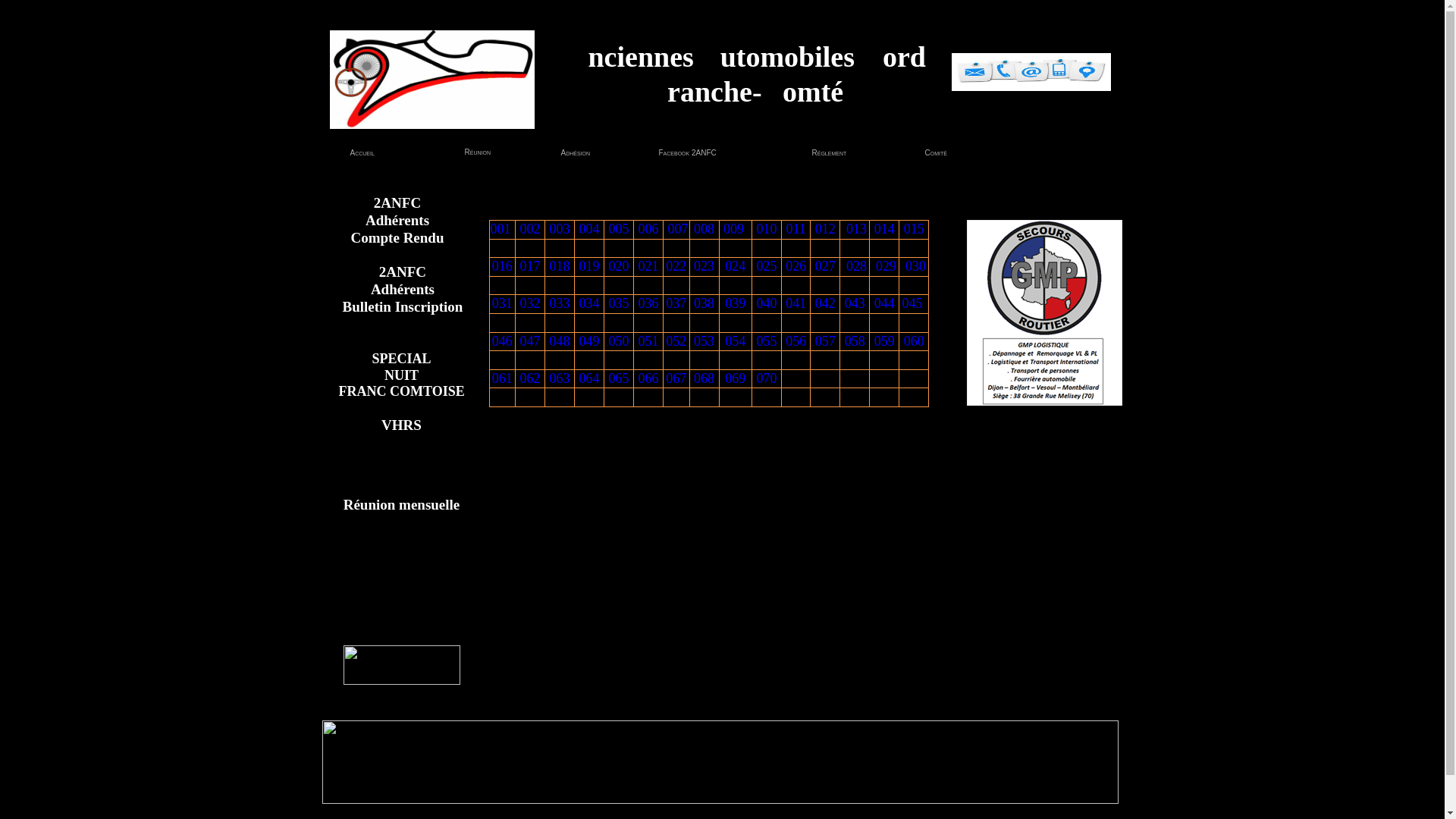 This screenshot has height=819, width=1456. Describe the element at coordinates (767, 265) in the screenshot. I see `'025'` at that location.